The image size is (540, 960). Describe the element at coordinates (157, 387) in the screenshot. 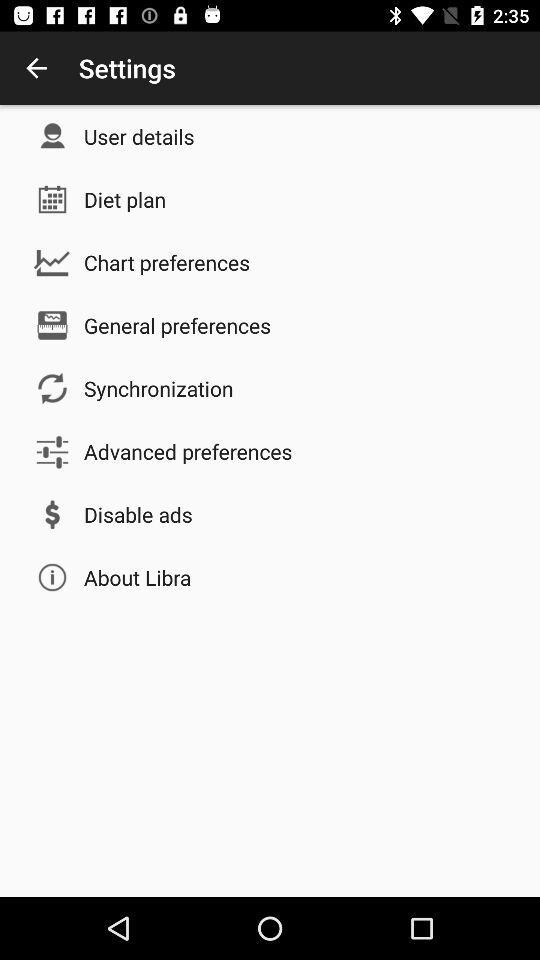

I see `synchronization app` at that location.